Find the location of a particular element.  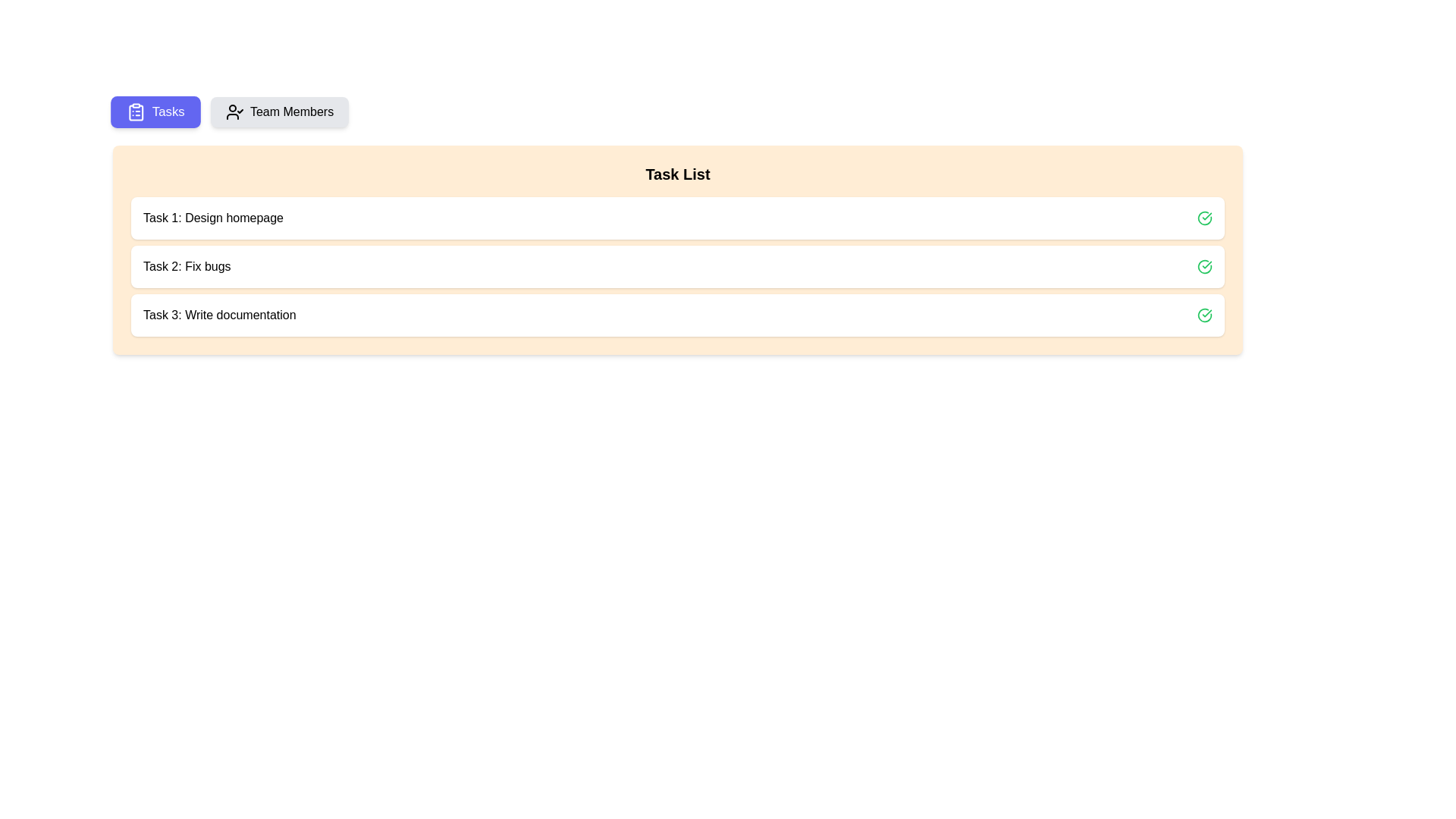

text label 'Tasks' which is styled with a sans-serif font, white color, and located on a purple button, positioned to the left of the 'Team Members' button is located at coordinates (168, 111).